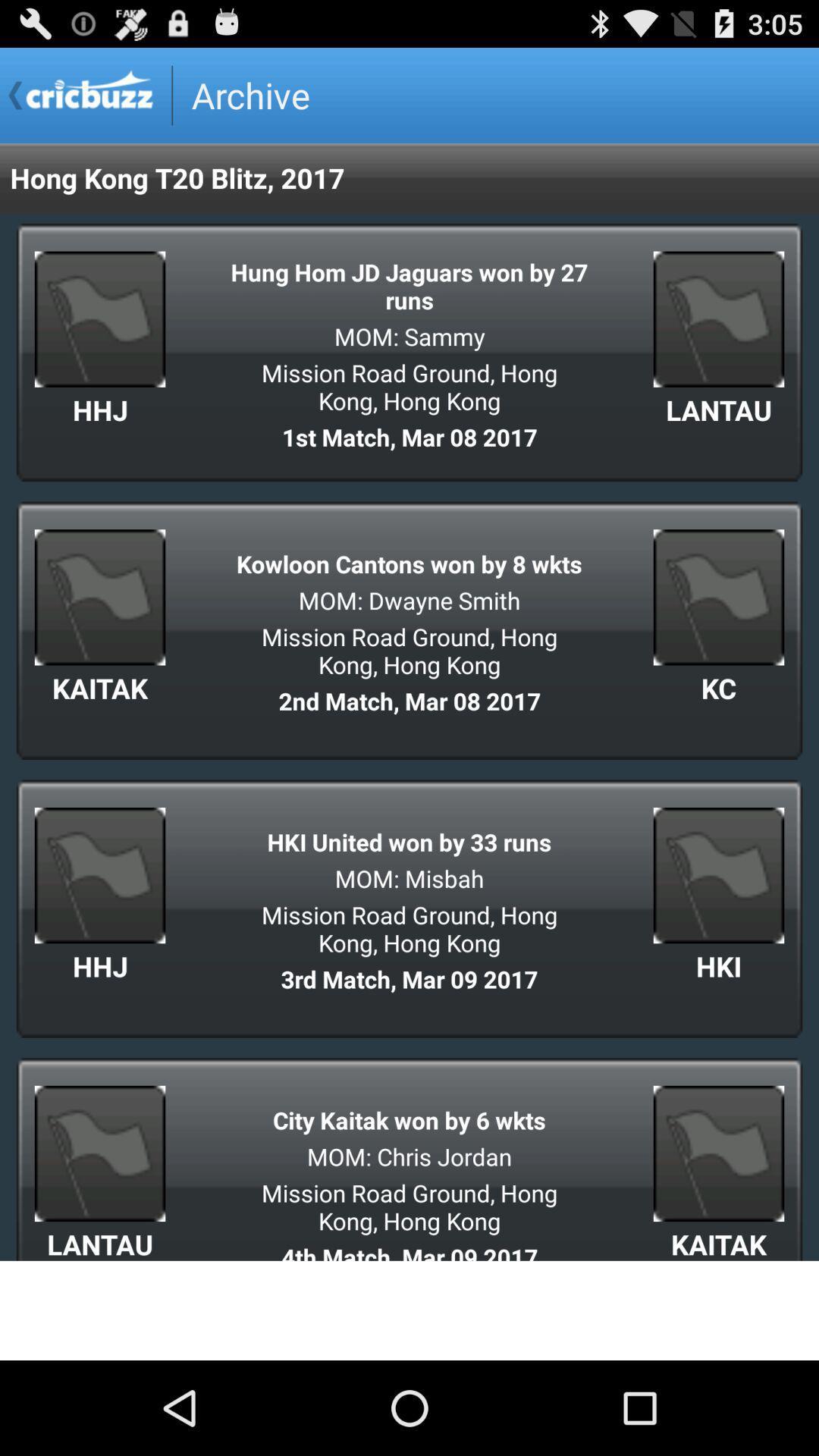 The image size is (819, 1456). I want to click on the item below the 3rd match mar icon, so click(409, 1120).